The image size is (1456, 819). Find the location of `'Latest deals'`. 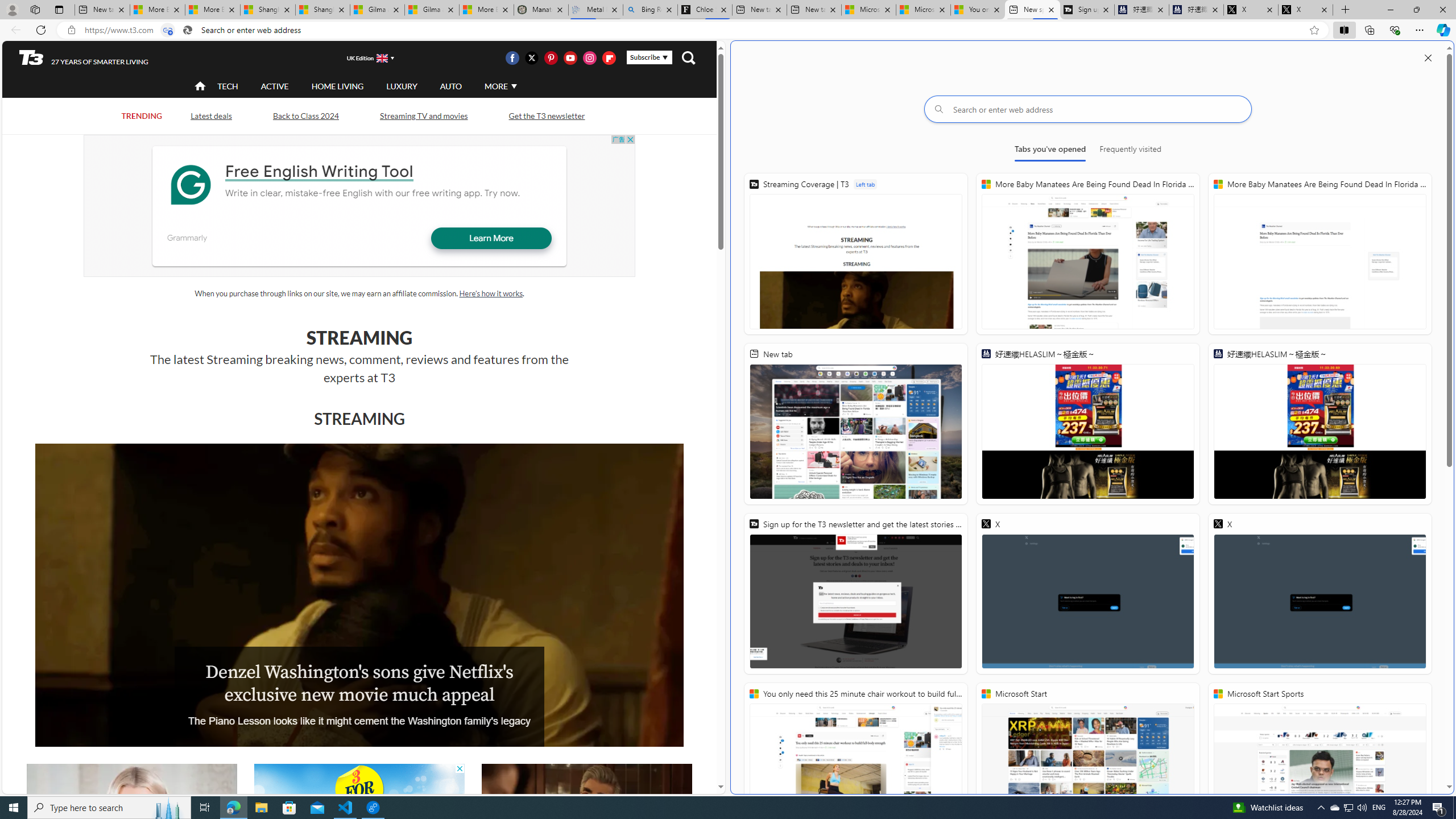

'Latest deals' is located at coordinates (210, 115).